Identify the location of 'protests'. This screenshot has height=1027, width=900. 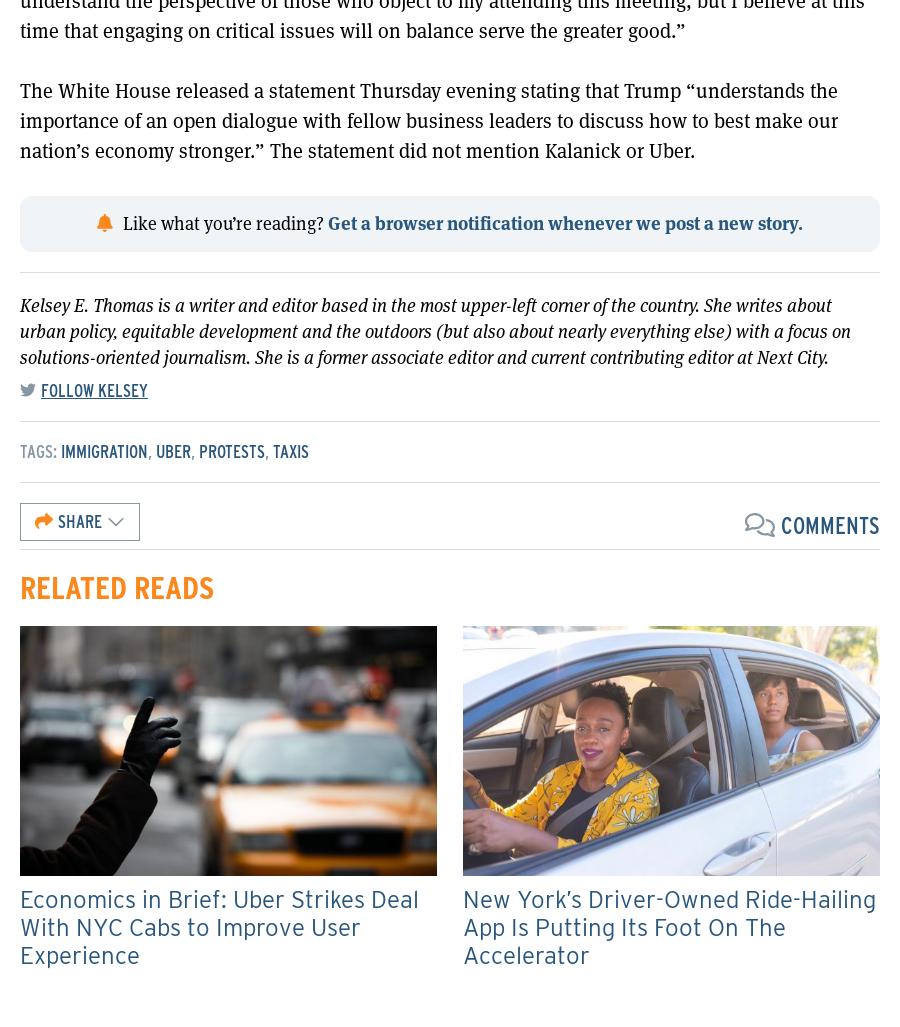
(231, 450).